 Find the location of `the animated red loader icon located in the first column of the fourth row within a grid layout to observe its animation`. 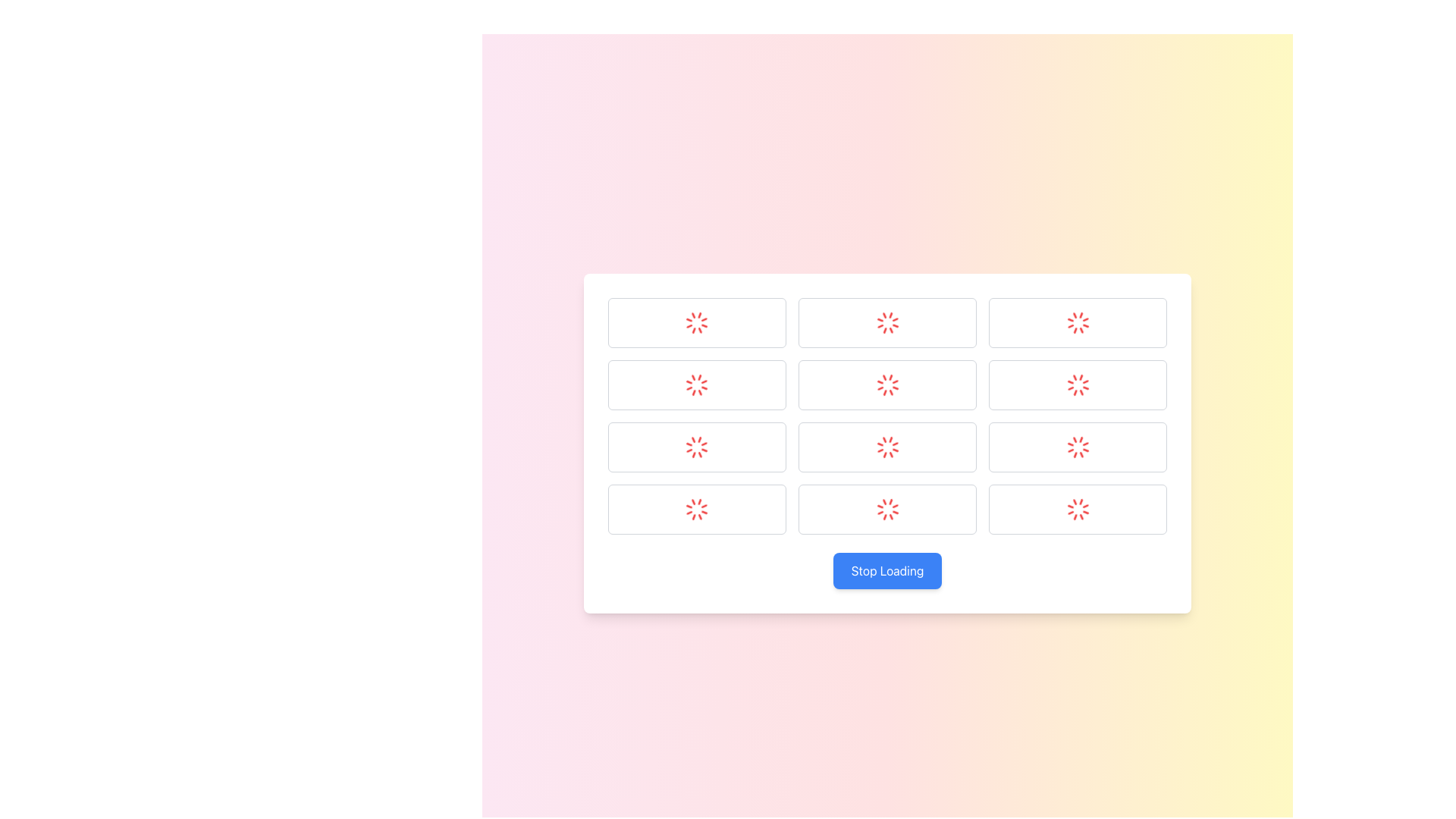

the animated red loader icon located in the first column of the fourth row within a grid layout to observe its animation is located at coordinates (696, 509).